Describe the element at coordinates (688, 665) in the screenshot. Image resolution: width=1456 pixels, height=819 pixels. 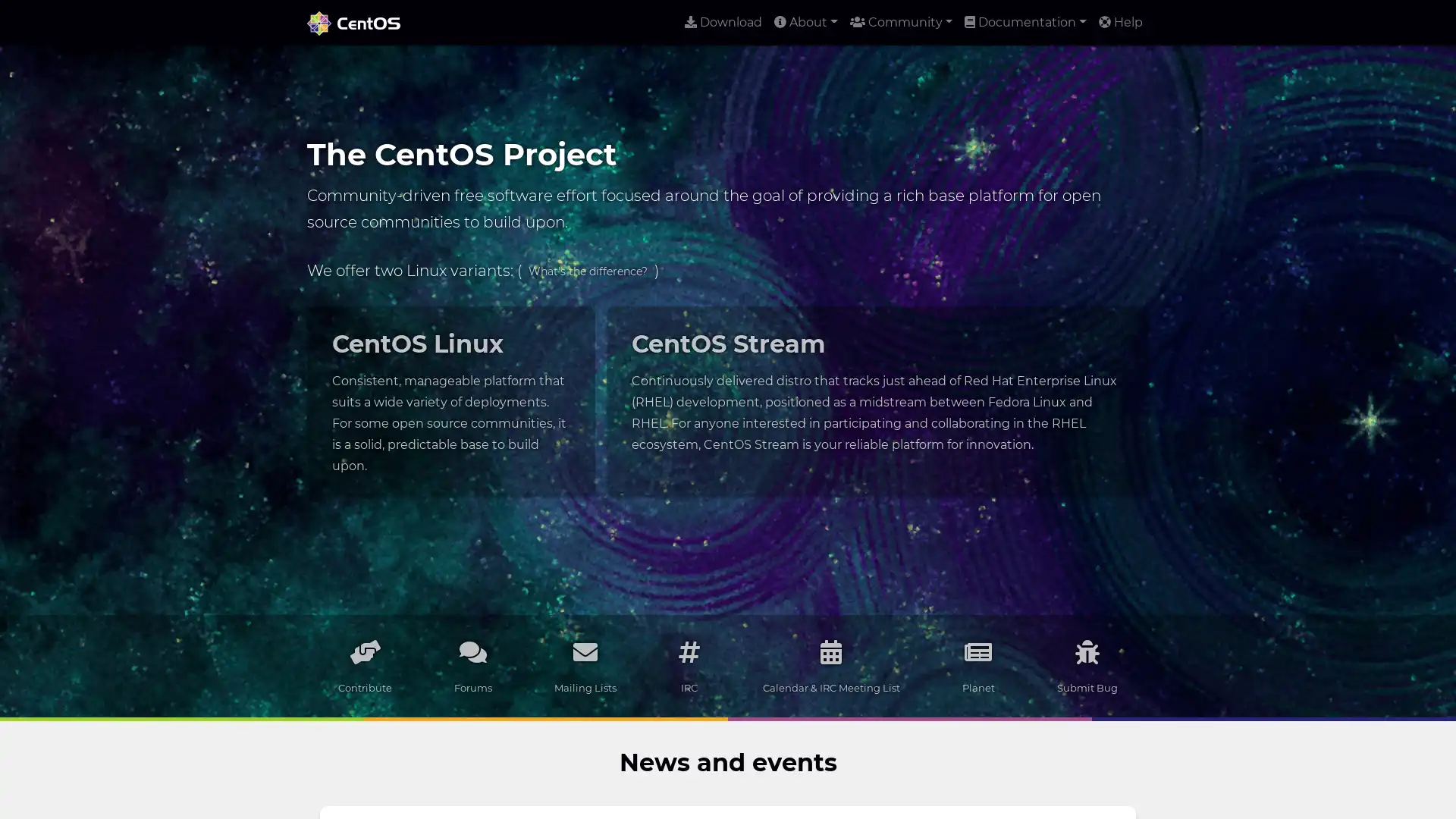
I see `IRC` at that location.